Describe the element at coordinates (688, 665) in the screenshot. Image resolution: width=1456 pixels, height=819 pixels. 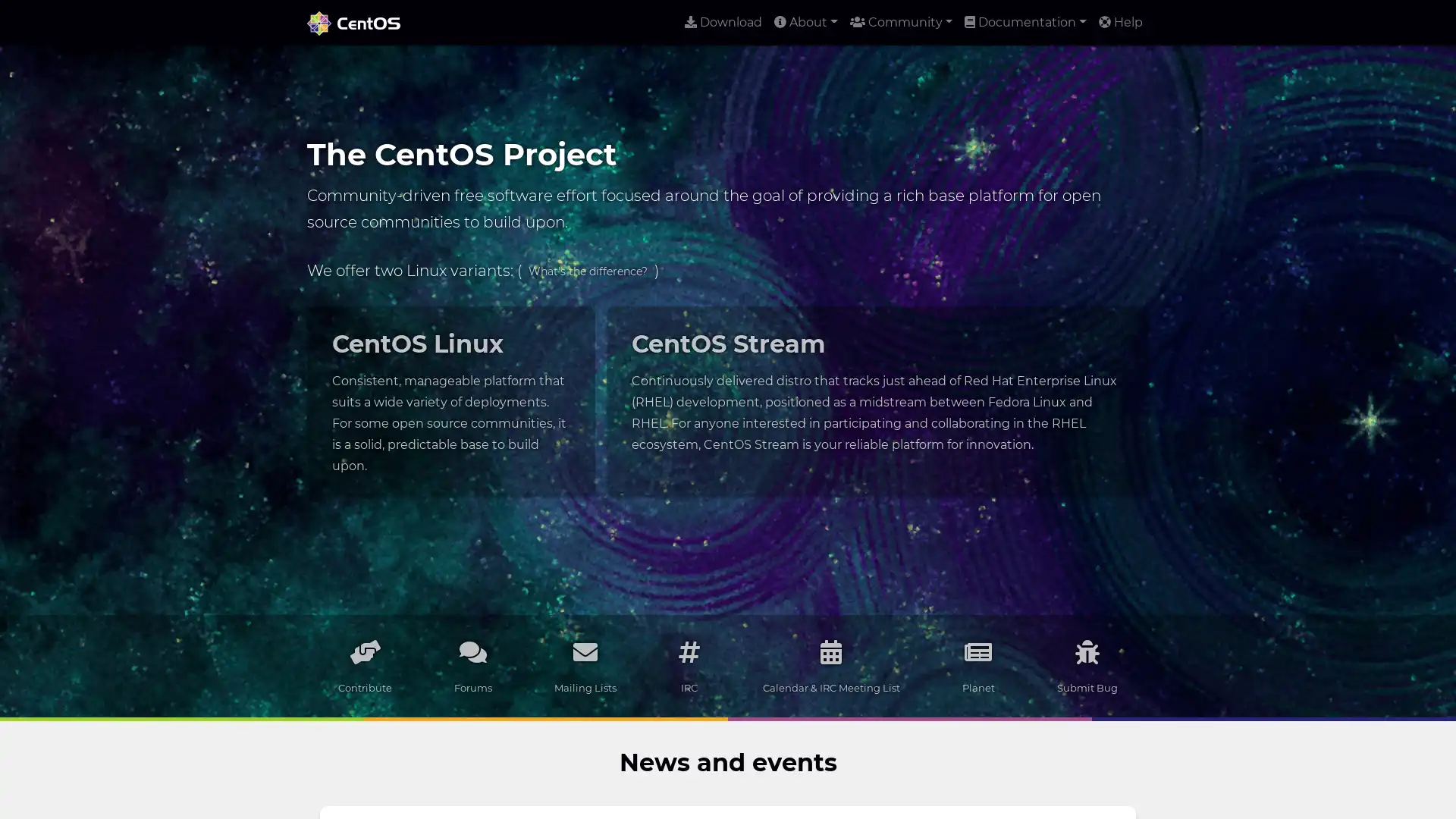
I see `IRC` at that location.